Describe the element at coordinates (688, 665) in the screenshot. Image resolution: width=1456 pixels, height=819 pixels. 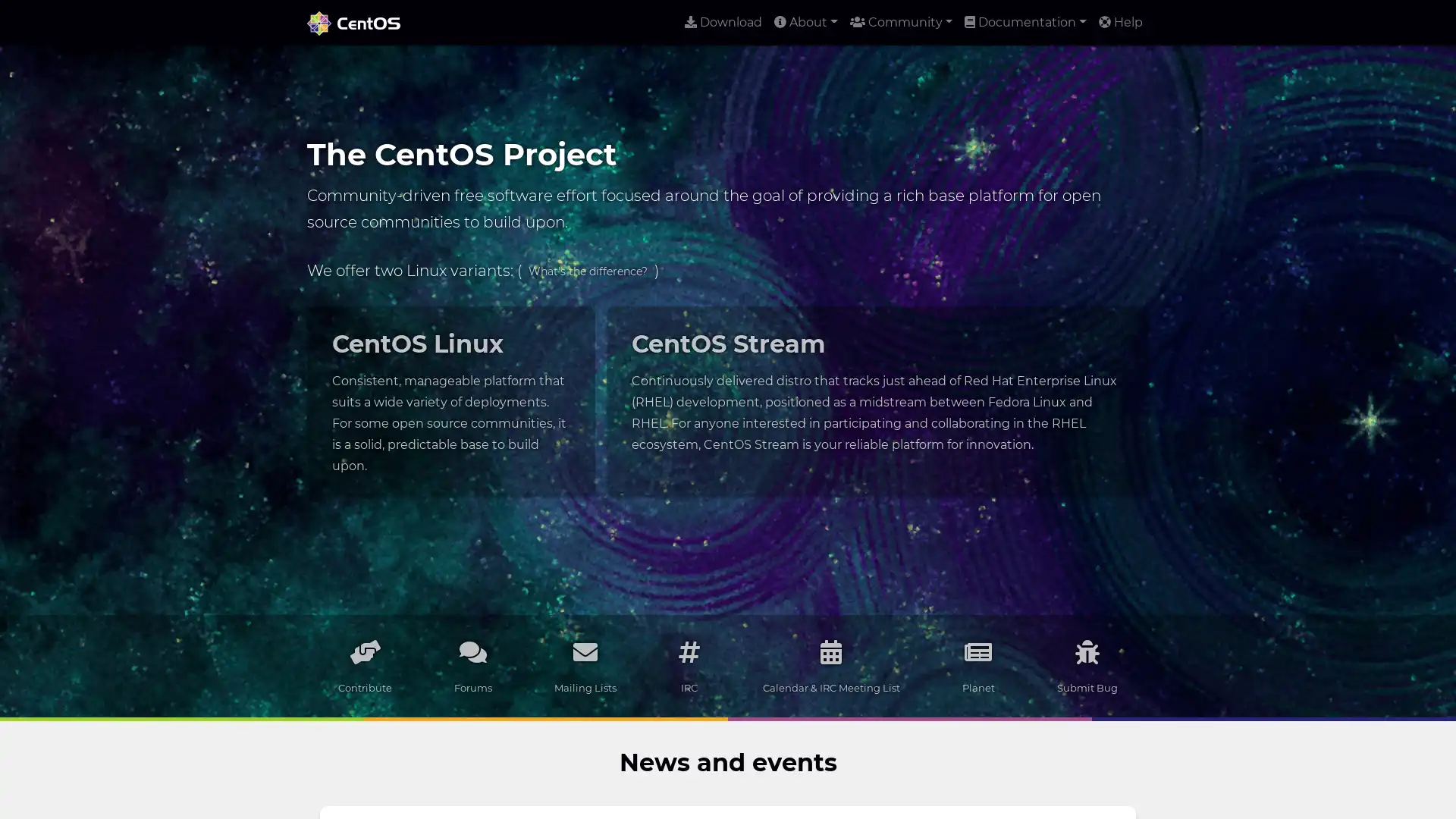
I see `IRC` at that location.